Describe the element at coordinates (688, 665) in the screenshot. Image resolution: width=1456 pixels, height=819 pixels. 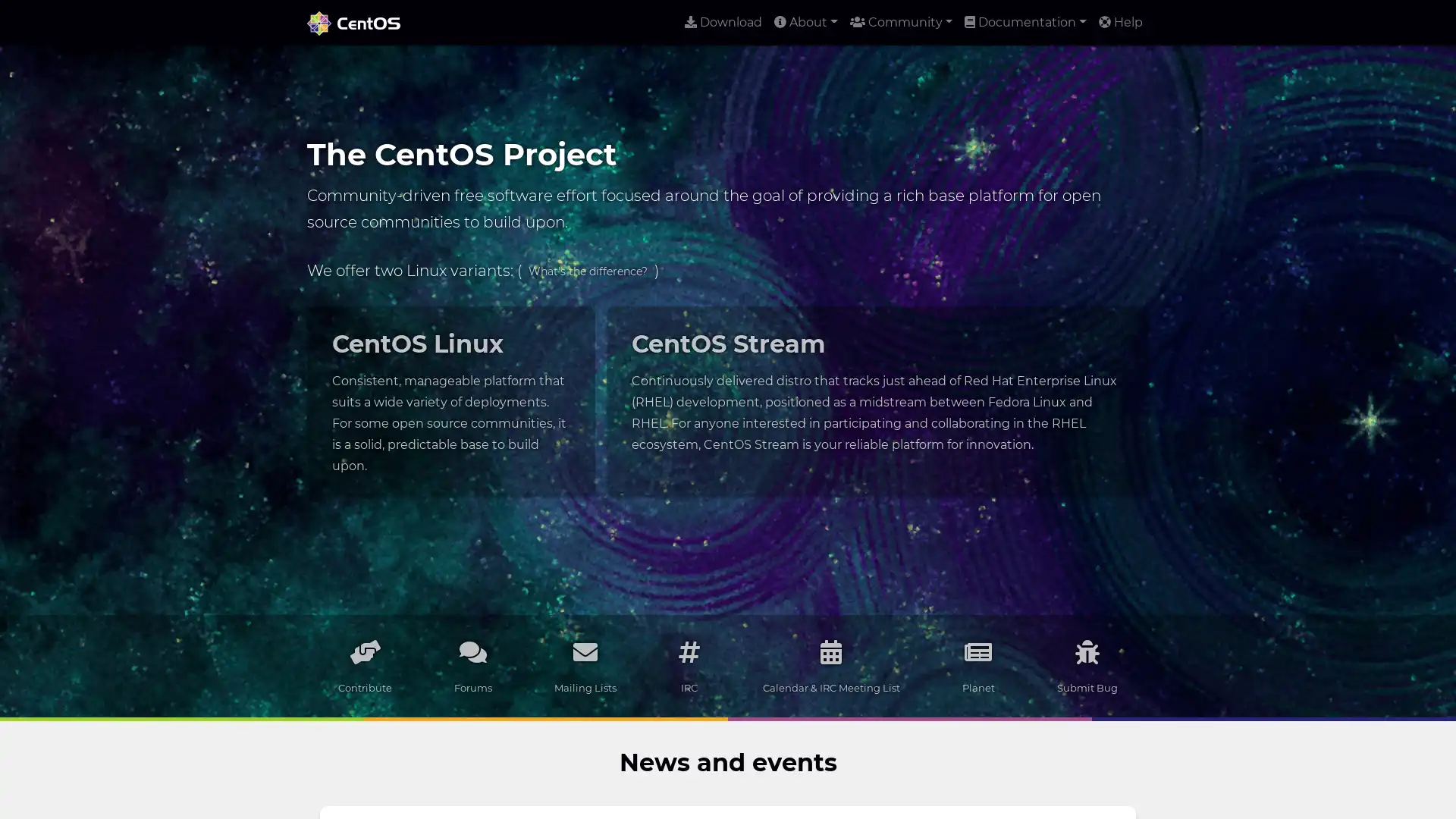
I see `IRC` at that location.